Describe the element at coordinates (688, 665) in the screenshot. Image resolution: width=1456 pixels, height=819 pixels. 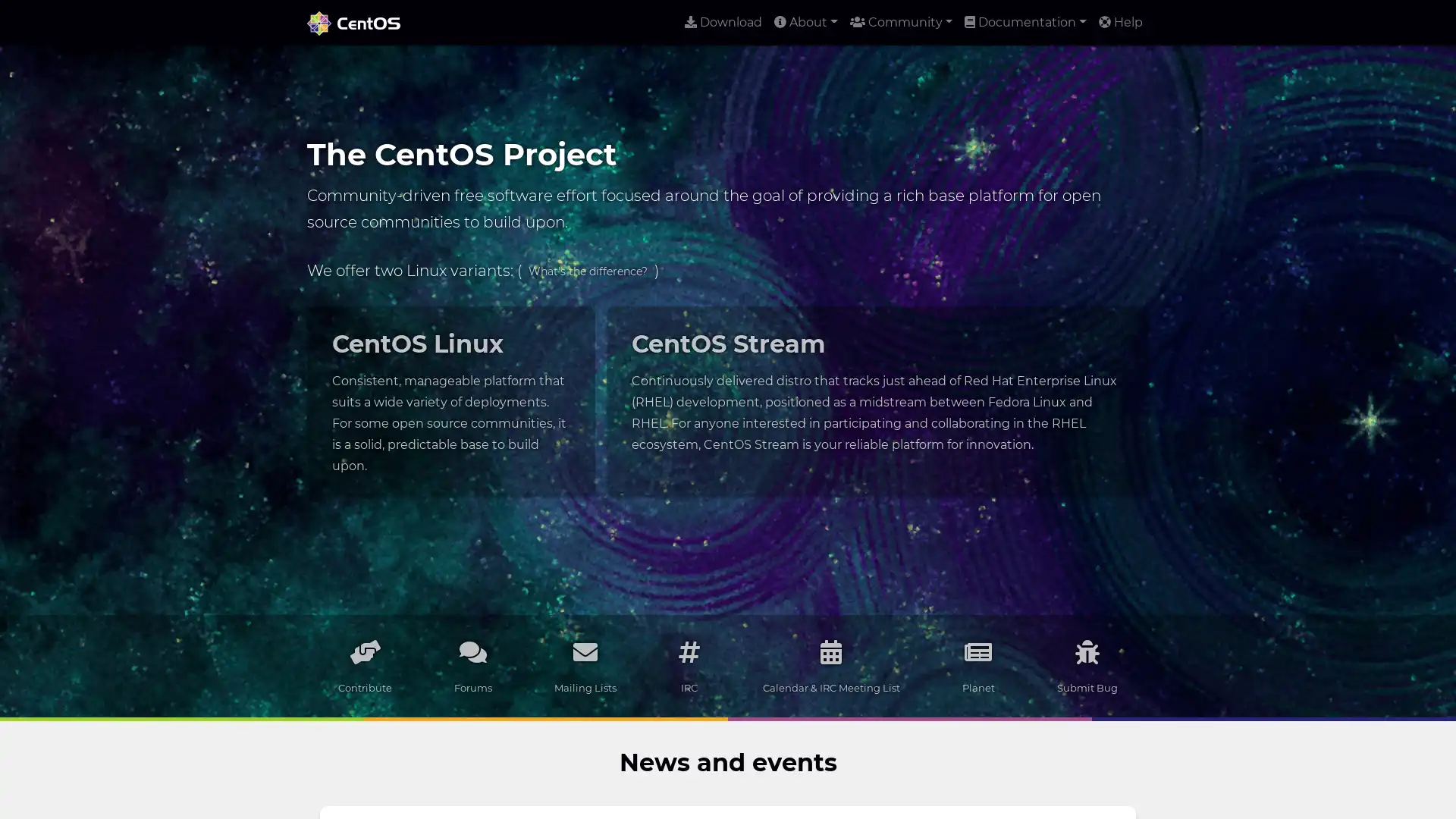
I see `IRC` at that location.